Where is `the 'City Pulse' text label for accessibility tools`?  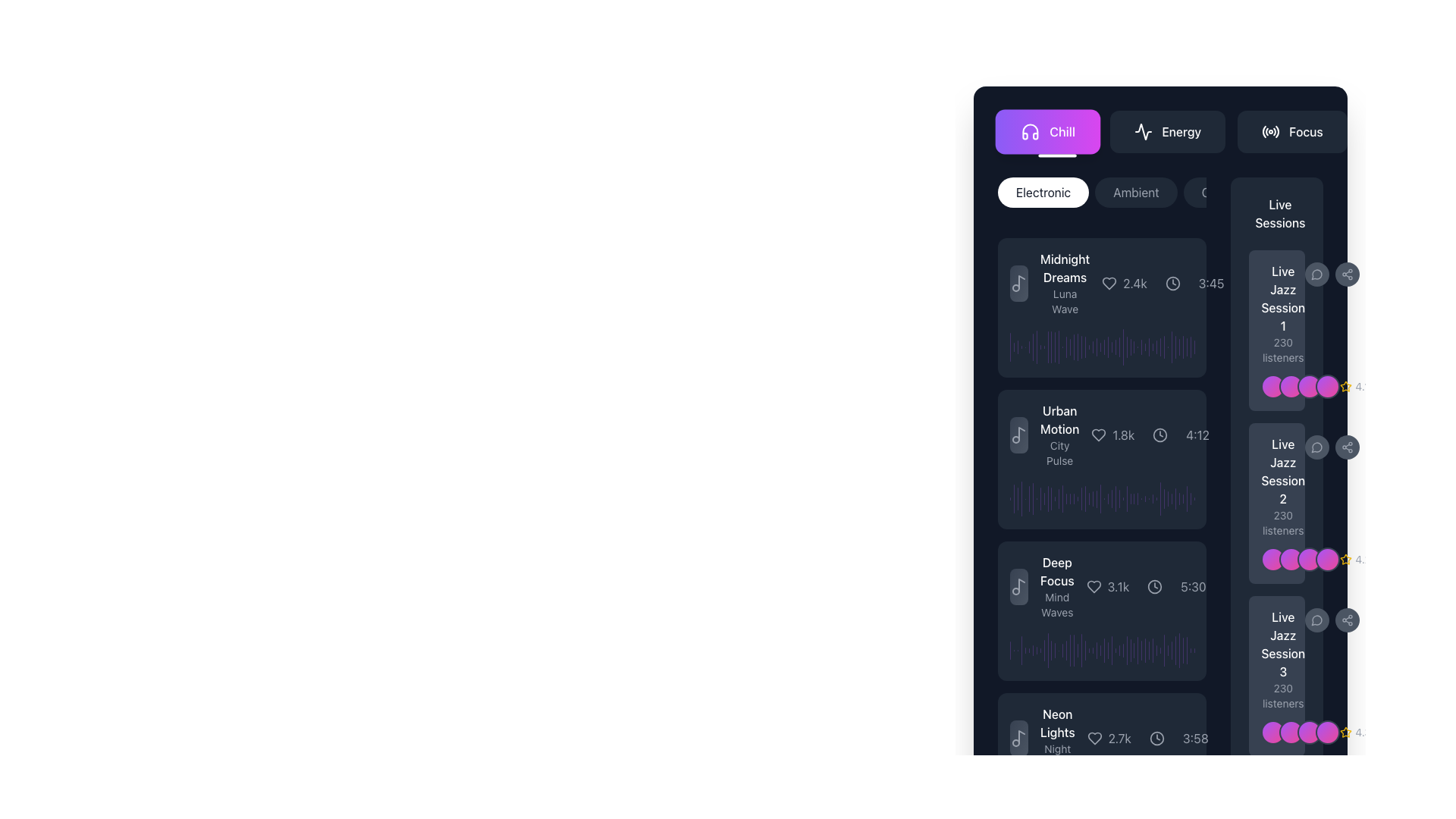 the 'City Pulse' text label for accessibility tools is located at coordinates (1059, 452).